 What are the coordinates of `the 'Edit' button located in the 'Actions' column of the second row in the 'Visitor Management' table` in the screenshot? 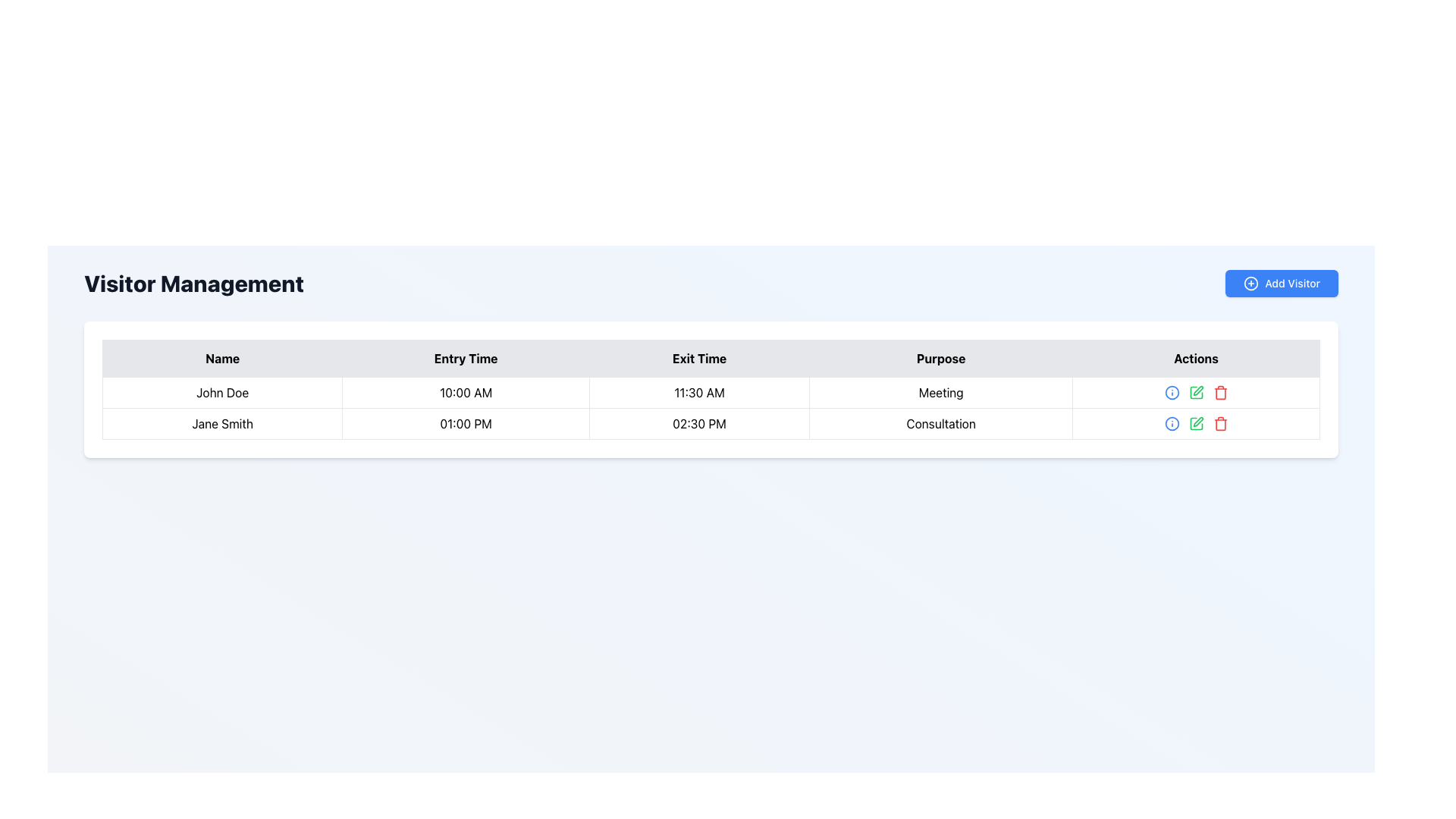 It's located at (1195, 424).